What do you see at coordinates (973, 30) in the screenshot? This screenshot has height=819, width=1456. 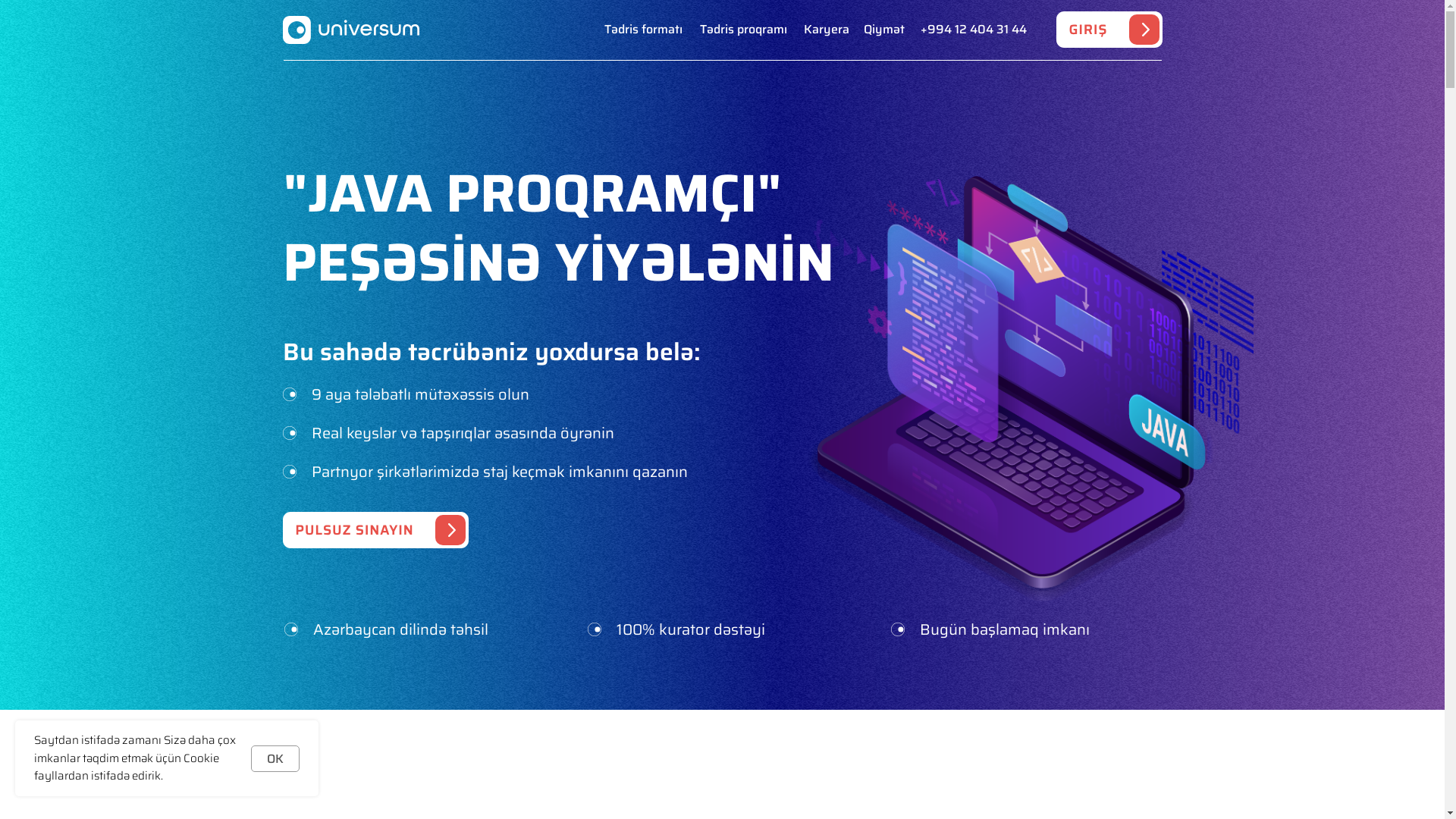 I see `'+994 12 404 31 44'` at bounding box center [973, 30].